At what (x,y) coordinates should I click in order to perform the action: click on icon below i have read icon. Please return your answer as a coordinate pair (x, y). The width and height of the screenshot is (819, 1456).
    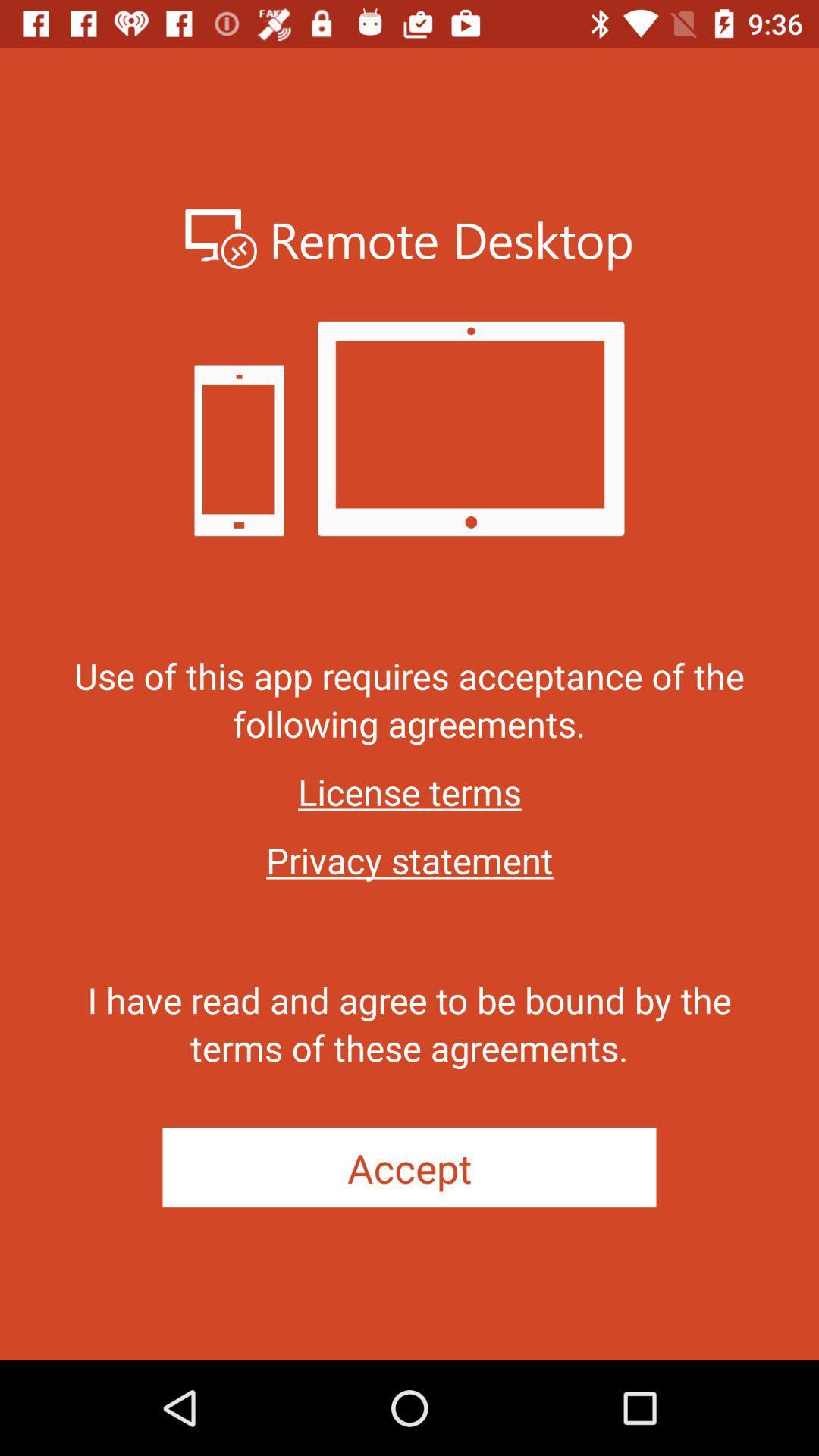
    Looking at the image, I should click on (409, 1166).